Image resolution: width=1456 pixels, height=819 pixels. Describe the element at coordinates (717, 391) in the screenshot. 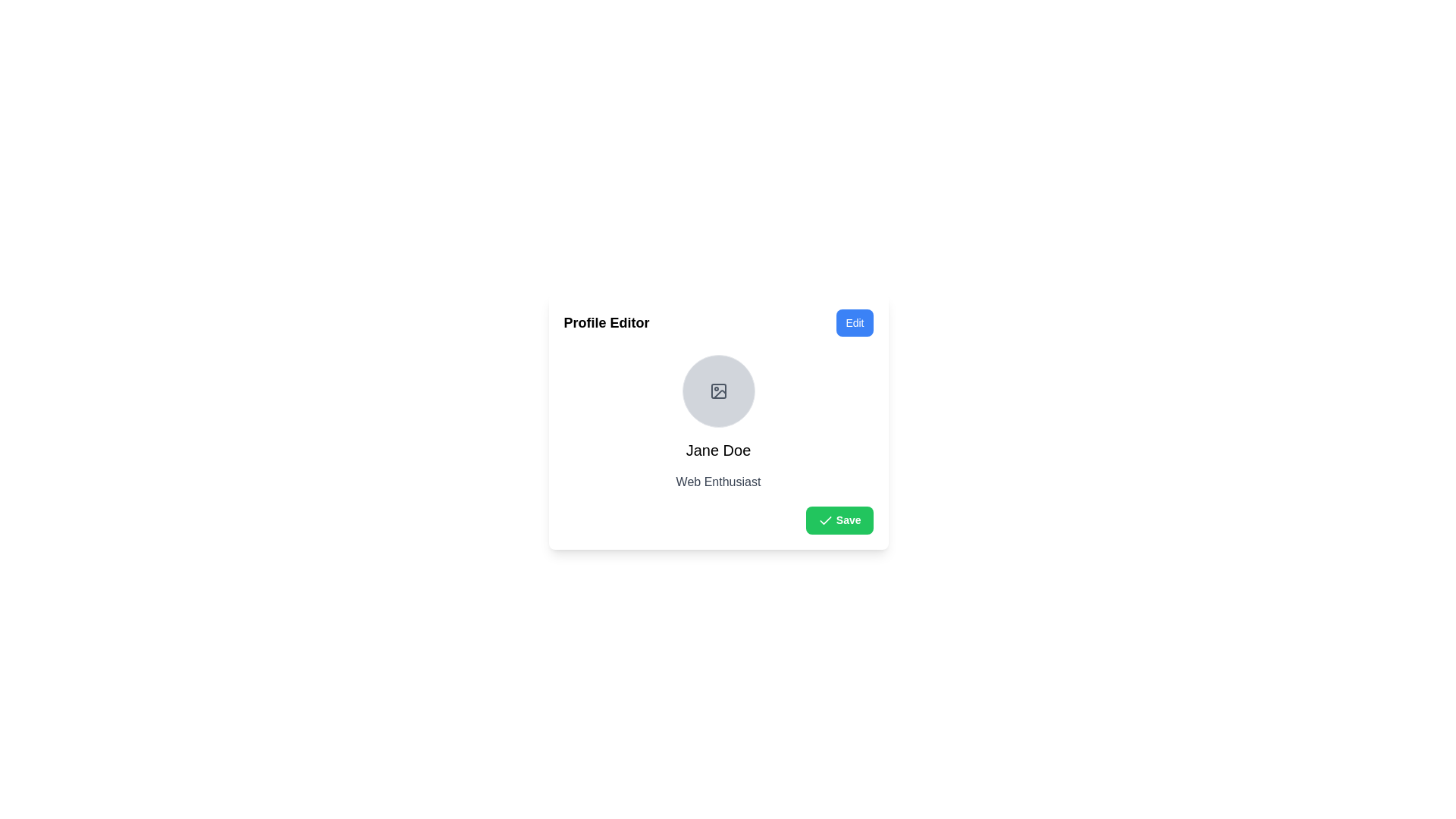

I see `the user profile image placeholder icon` at that location.